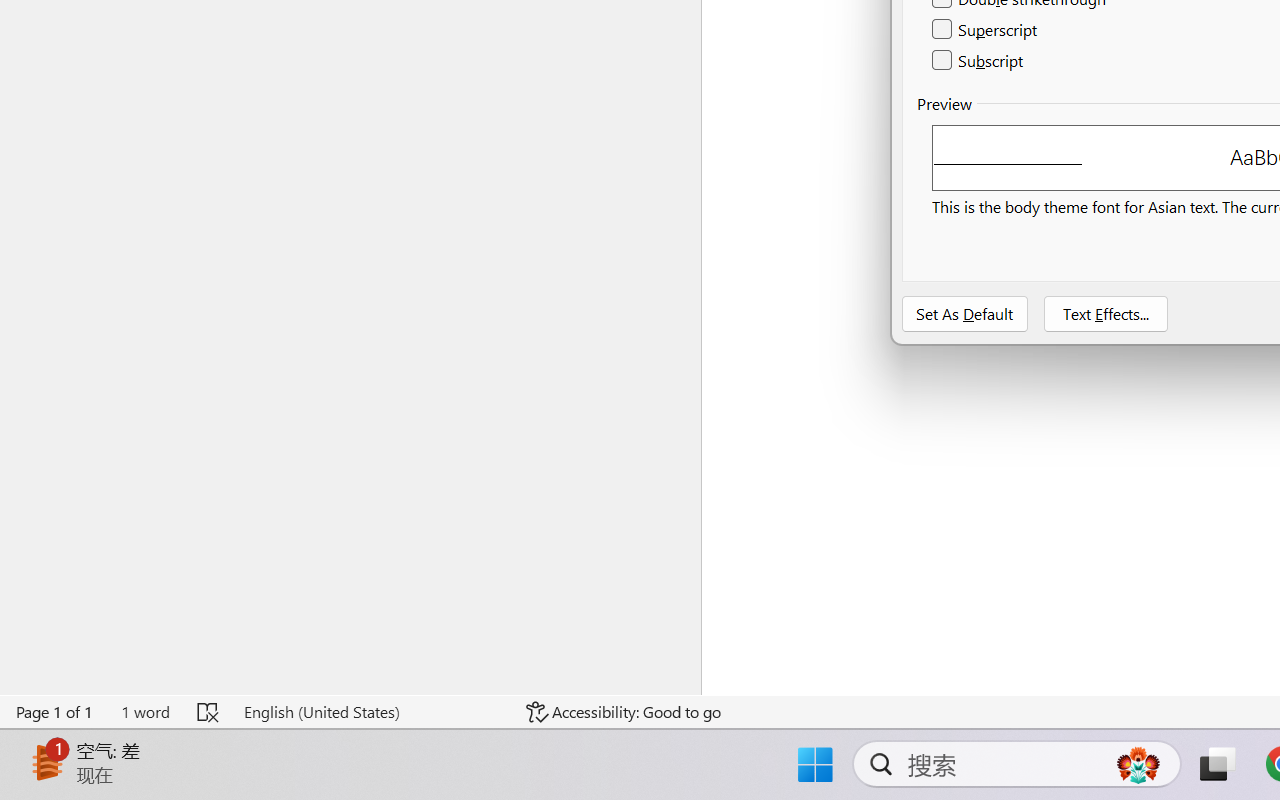 This screenshot has height=800, width=1280. I want to click on 'Text Effects...', so click(1104, 313).